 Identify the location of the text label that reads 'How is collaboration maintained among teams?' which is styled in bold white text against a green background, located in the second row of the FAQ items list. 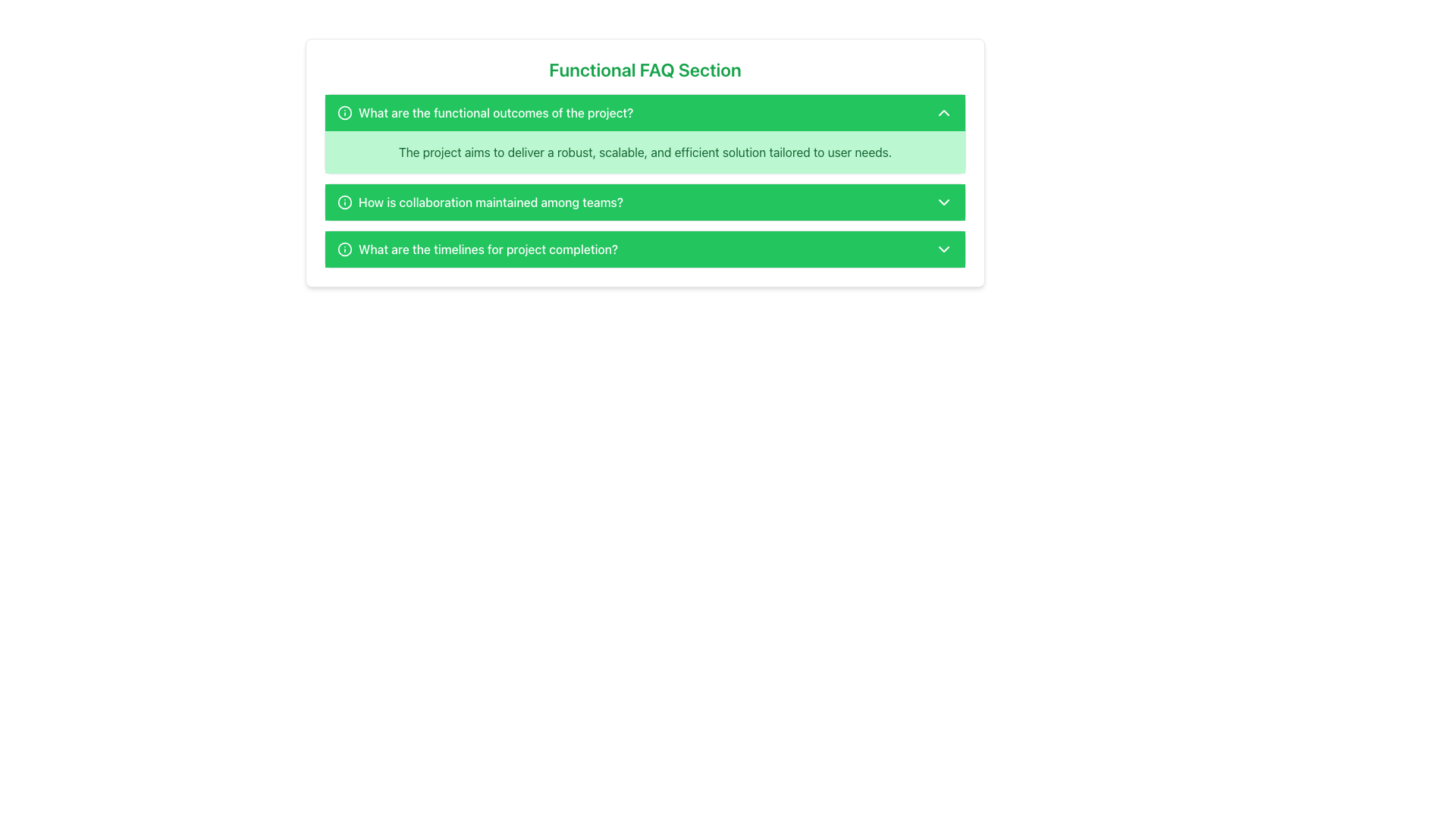
(479, 201).